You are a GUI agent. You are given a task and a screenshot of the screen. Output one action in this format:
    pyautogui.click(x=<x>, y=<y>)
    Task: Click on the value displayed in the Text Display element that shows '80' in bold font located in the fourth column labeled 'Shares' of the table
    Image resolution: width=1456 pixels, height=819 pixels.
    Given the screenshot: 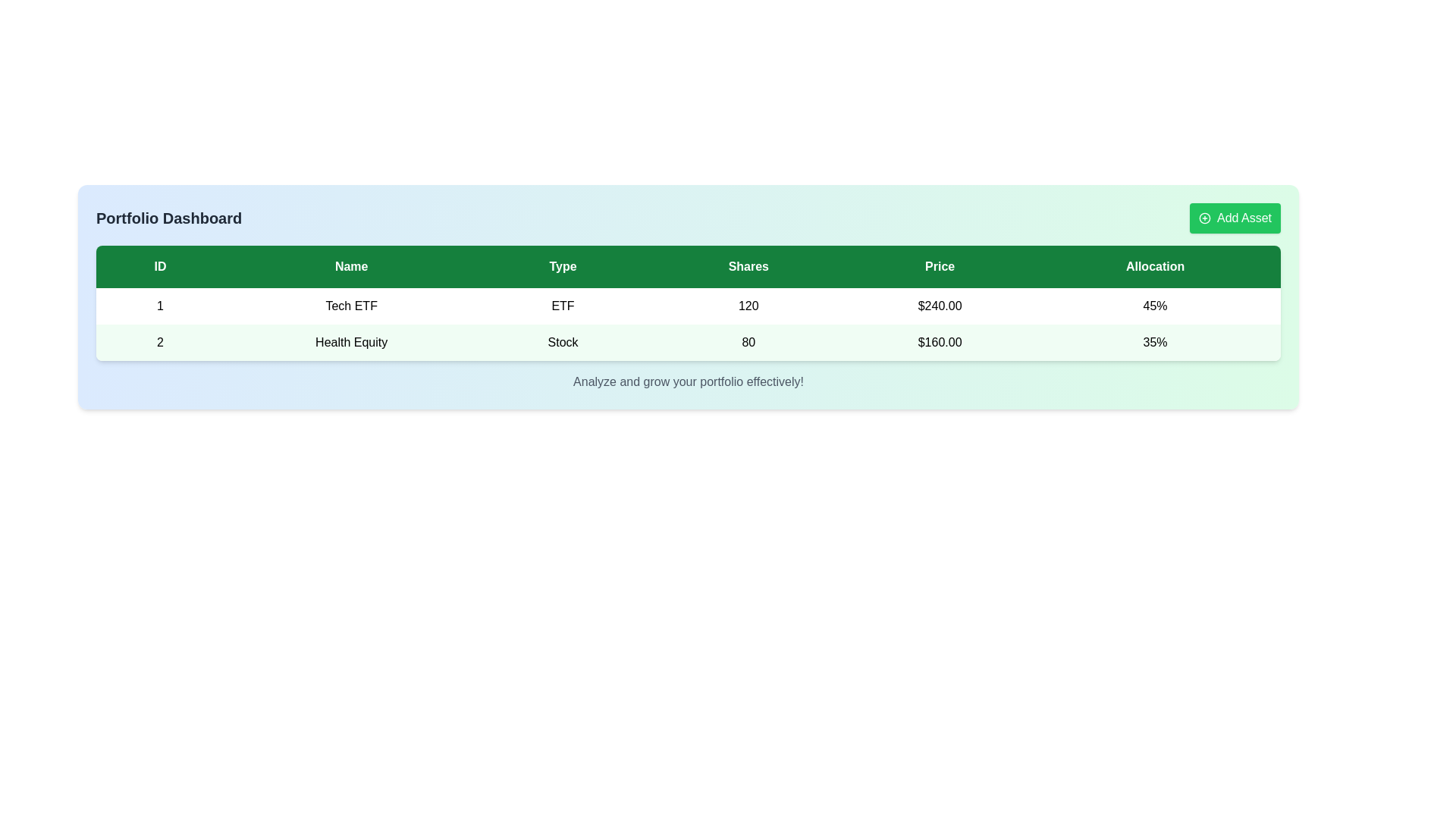 What is the action you would take?
    pyautogui.click(x=748, y=342)
    